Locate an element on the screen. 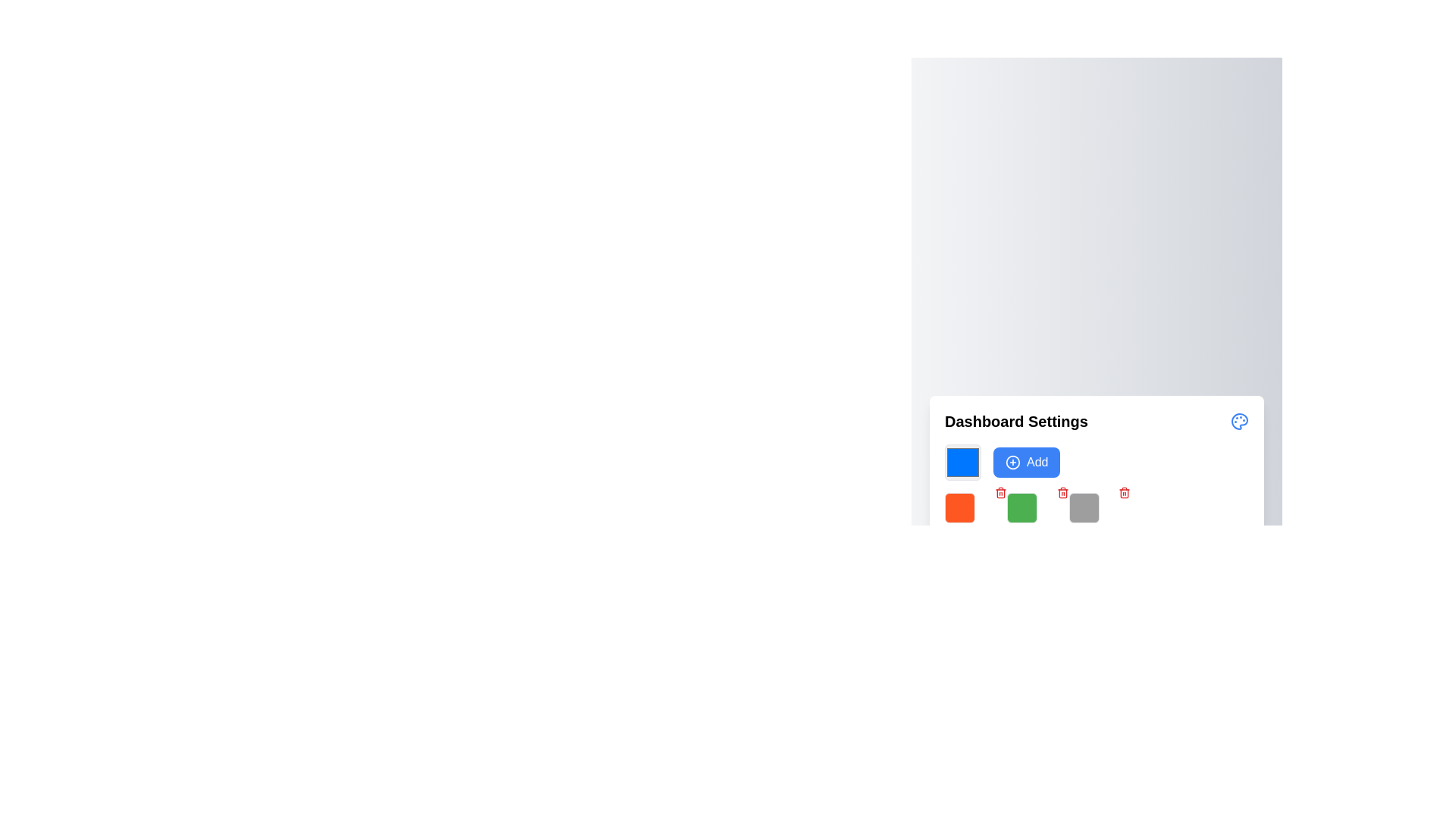 Image resolution: width=1456 pixels, height=819 pixels. the delete button is located at coordinates (1000, 493).